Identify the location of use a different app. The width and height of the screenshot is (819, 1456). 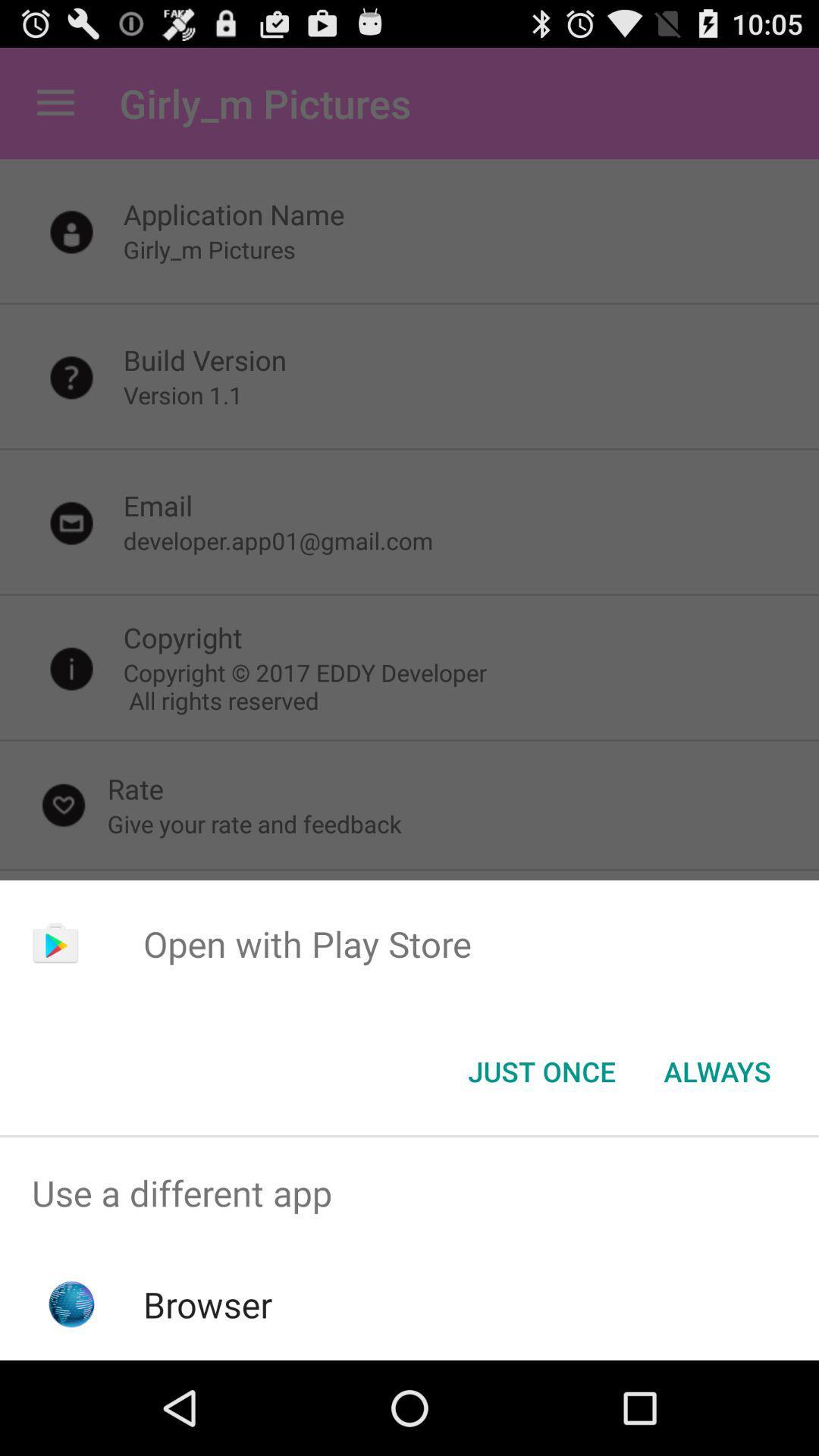
(409, 1192).